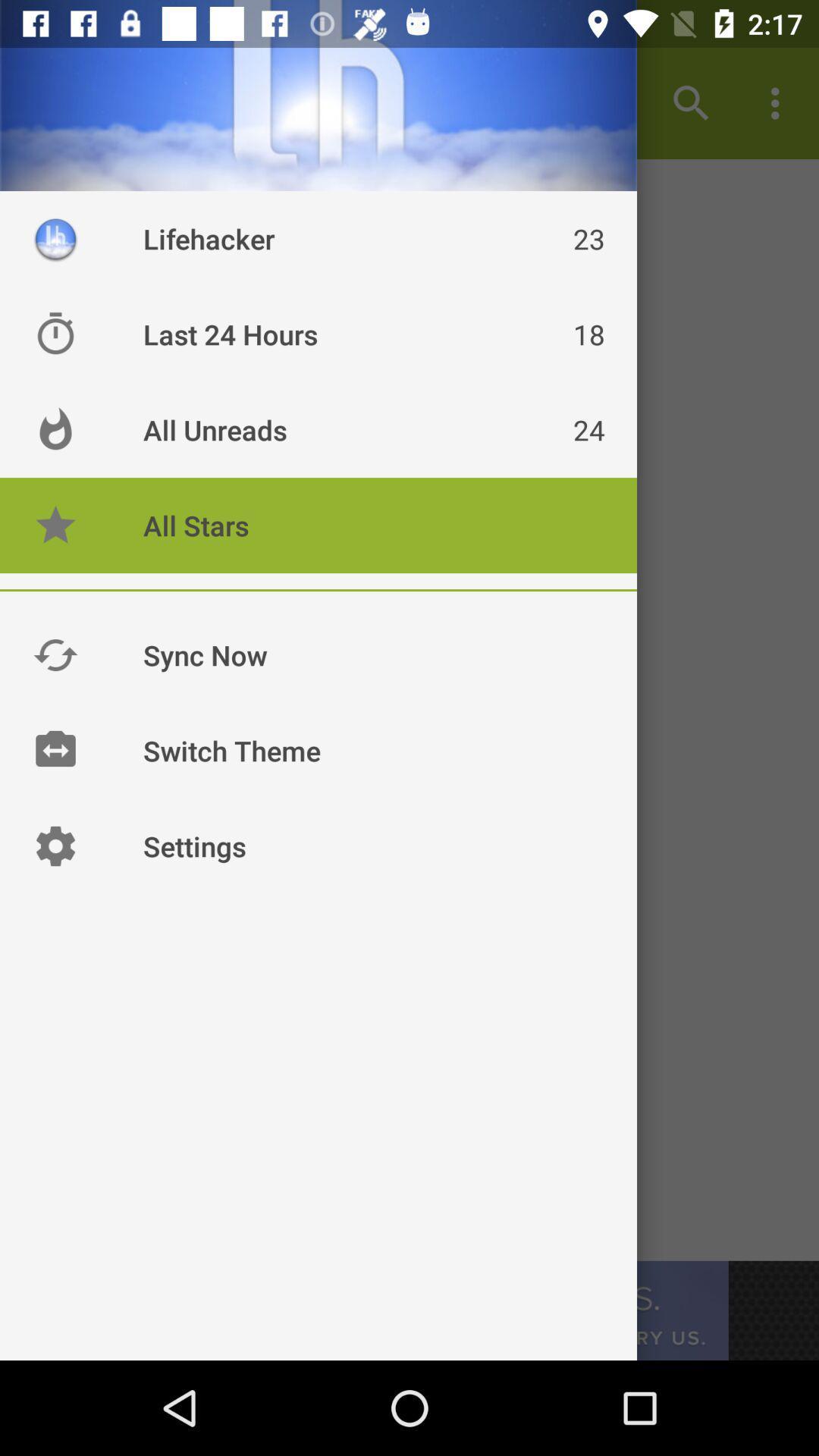  What do you see at coordinates (55, 525) in the screenshot?
I see `the star icon` at bounding box center [55, 525].